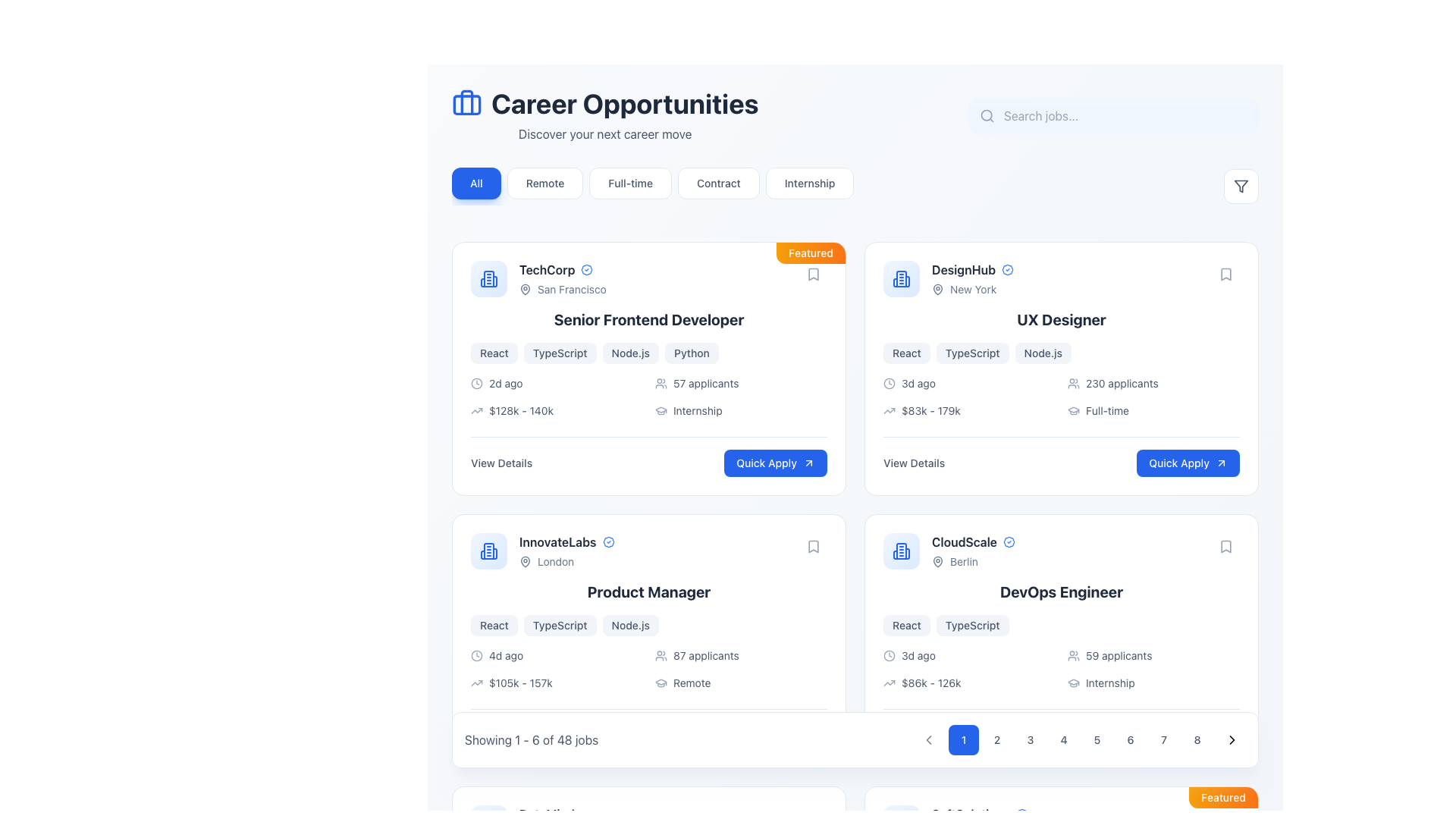 This screenshot has height=819, width=1456. I want to click on the SVG icon styled as a diagonal arrow pointing upwards to the right, which is located within the 'Quick Apply' button at the bottom right of the job listing card for 'DesignHub UX Designer', so click(1222, 462).